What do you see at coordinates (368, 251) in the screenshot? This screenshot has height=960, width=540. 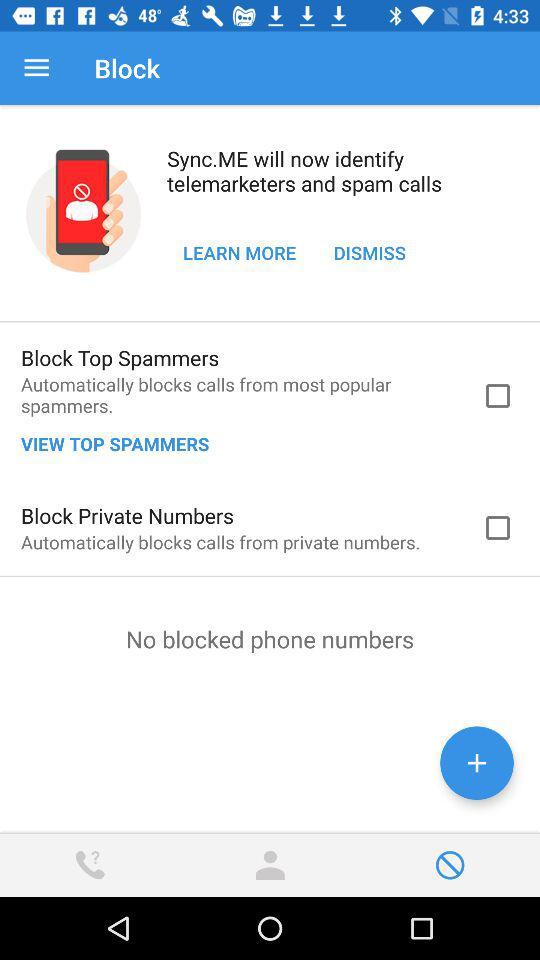 I see `item at the top right corner` at bounding box center [368, 251].